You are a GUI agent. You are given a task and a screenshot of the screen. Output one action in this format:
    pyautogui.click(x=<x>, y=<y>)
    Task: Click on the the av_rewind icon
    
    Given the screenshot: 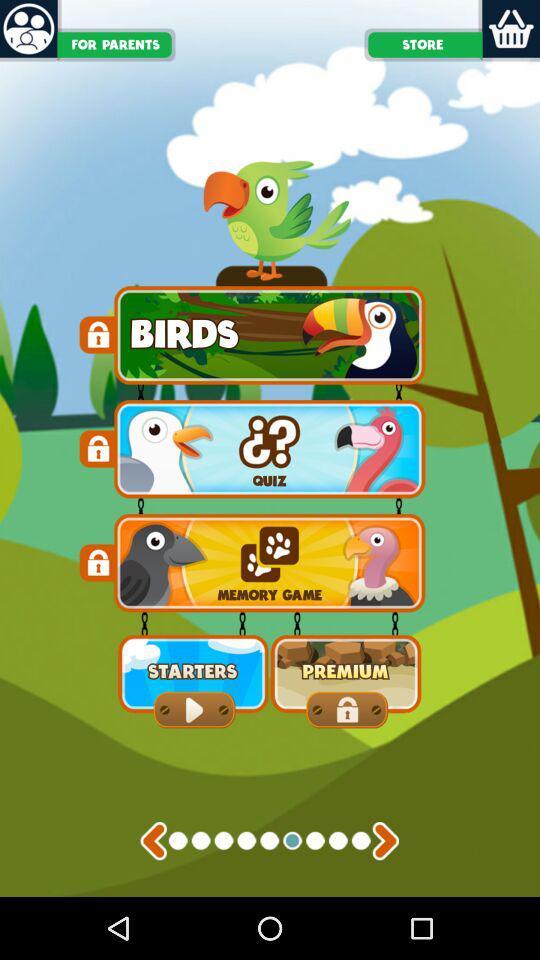 What is the action you would take?
    pyautogui.click(x=152, y=899)
    